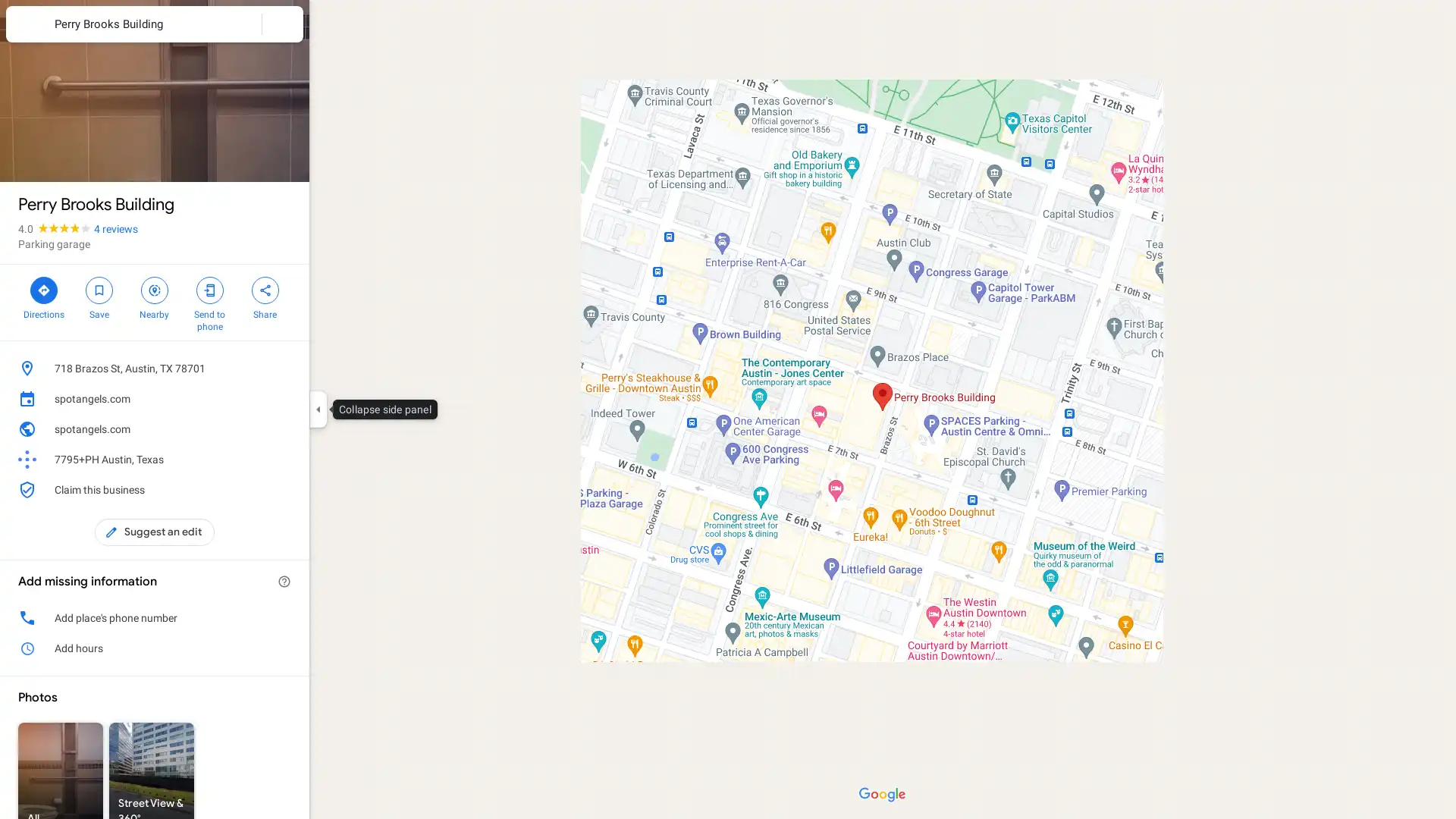  I want to click on Share Perry Brooks Building, so click(265, 296).